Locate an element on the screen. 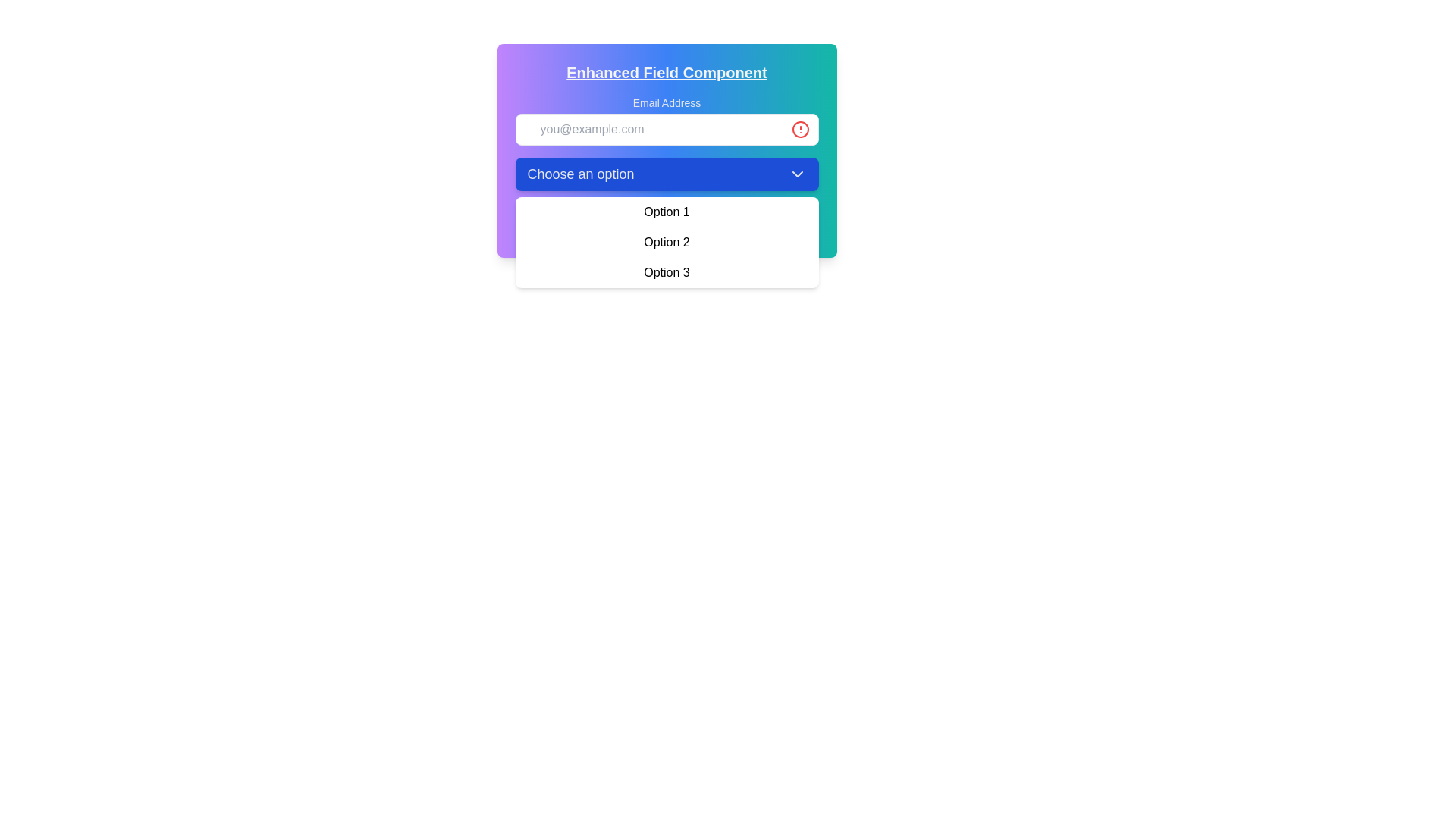 The height and width of the screenshot is (819, 1456). the 'Reset' button with a red background and white text located at the bottom of the form is located at coordinates (703, 224).